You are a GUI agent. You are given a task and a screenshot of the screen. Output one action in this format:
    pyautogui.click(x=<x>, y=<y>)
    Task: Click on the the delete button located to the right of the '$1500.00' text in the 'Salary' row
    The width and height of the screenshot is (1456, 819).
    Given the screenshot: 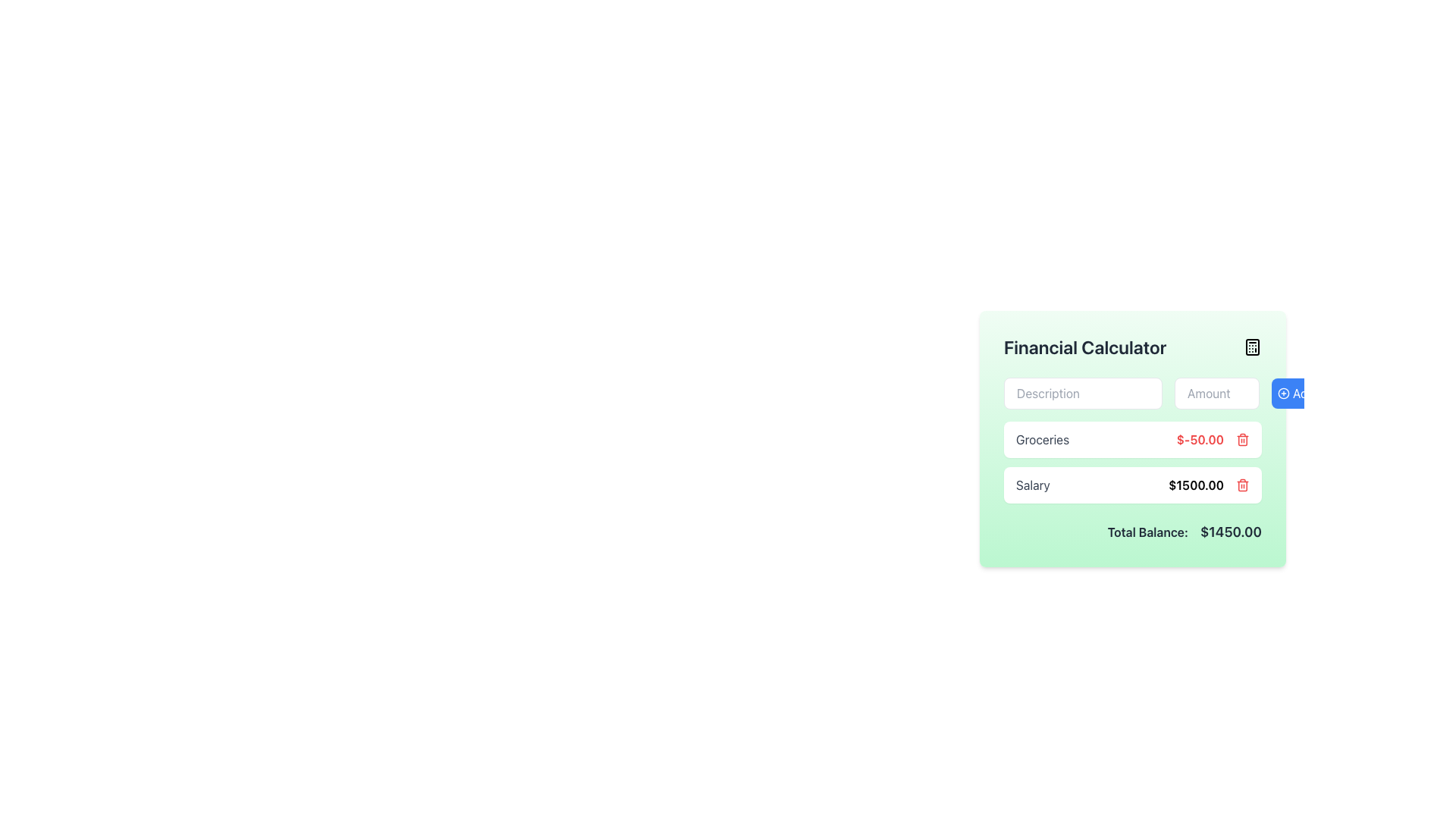 What is the action you would take?
    pyautogui.click(x=1242, y=485)
    